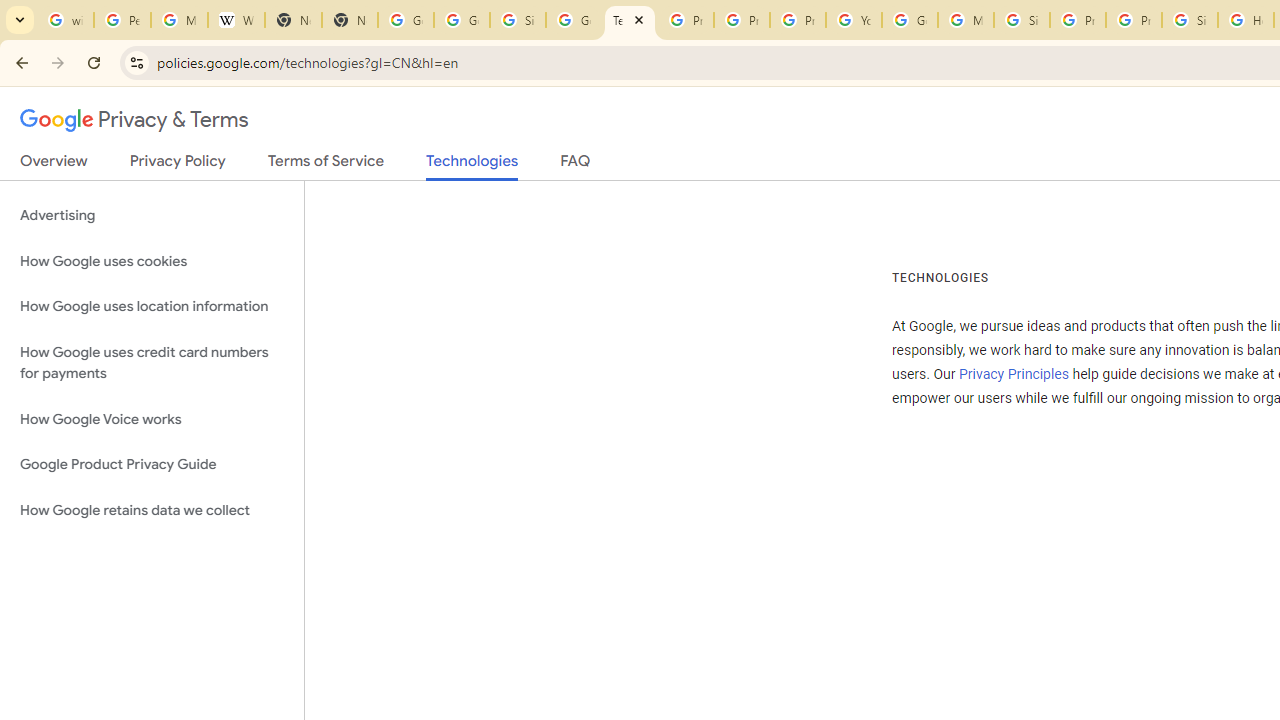  What do you see at coordinates (1022, 20) in the screenshot?
I see `'Sign in - Google Accounts'` at bounding box center [1022, 20].